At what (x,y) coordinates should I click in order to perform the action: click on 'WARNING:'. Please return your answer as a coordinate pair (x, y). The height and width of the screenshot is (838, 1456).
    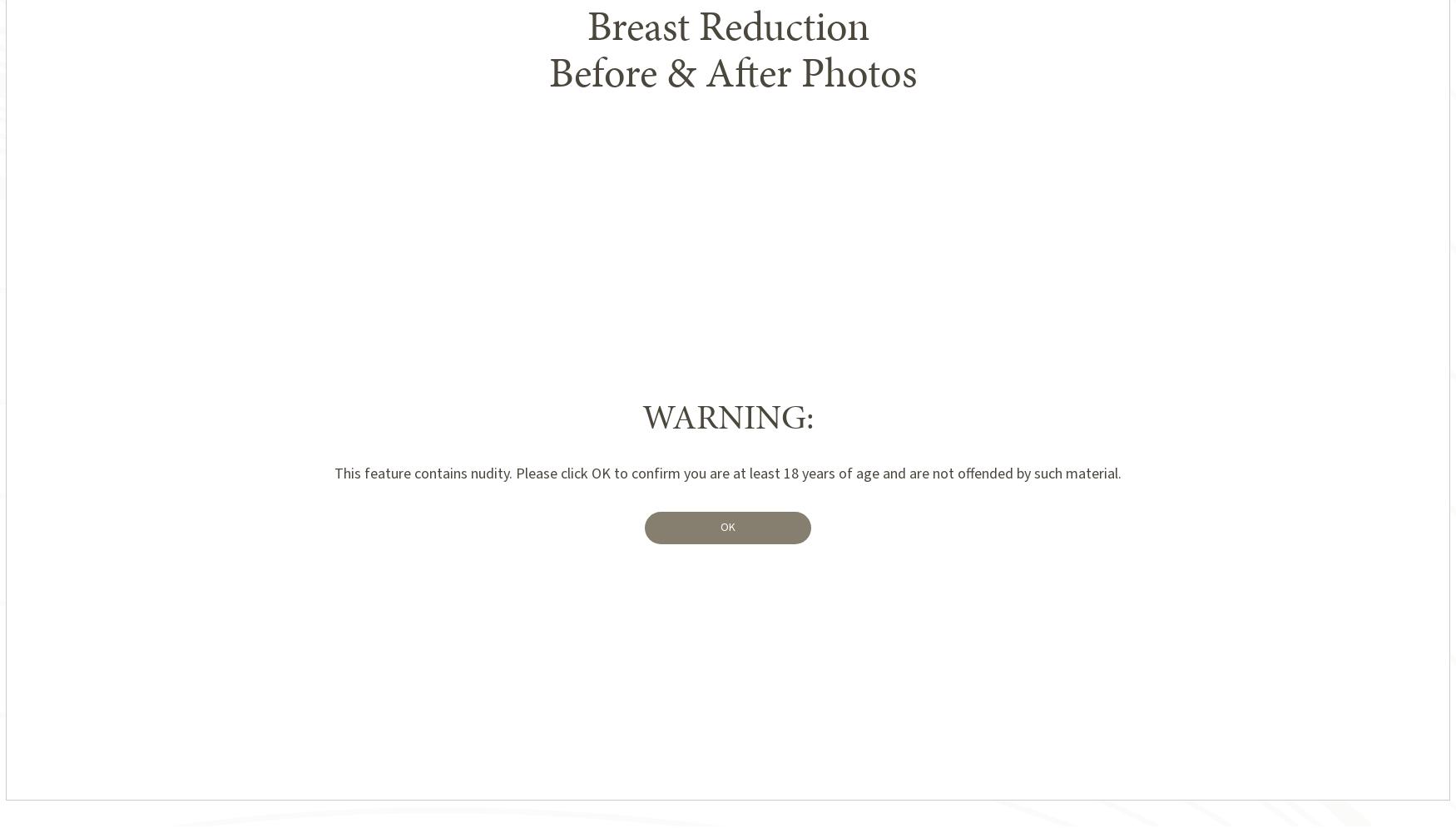
    Looking at the image, I should click on (727, 416).